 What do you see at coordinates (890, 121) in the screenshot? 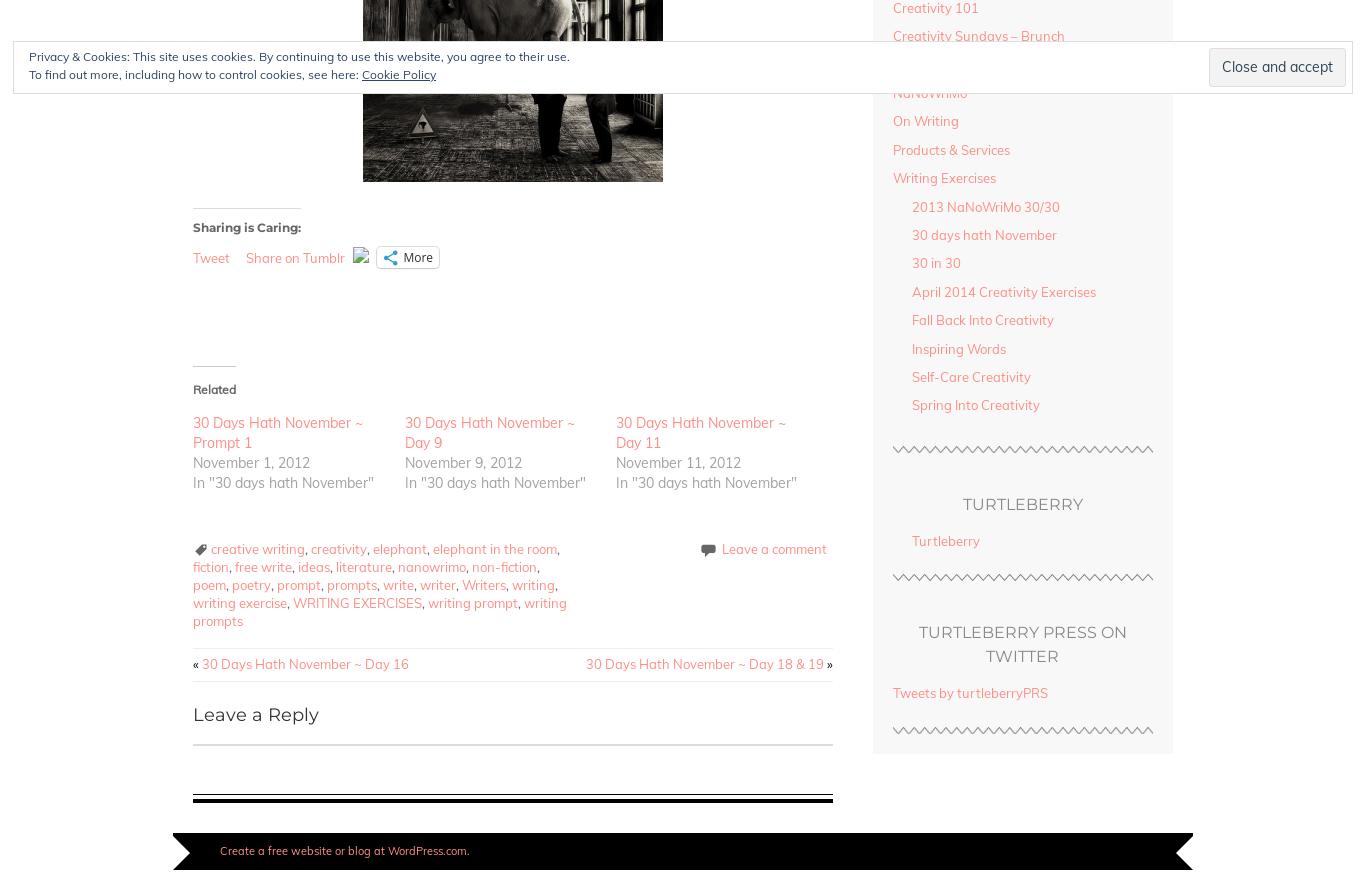
I see `'On Writing'` at bounding box center [890, 121].